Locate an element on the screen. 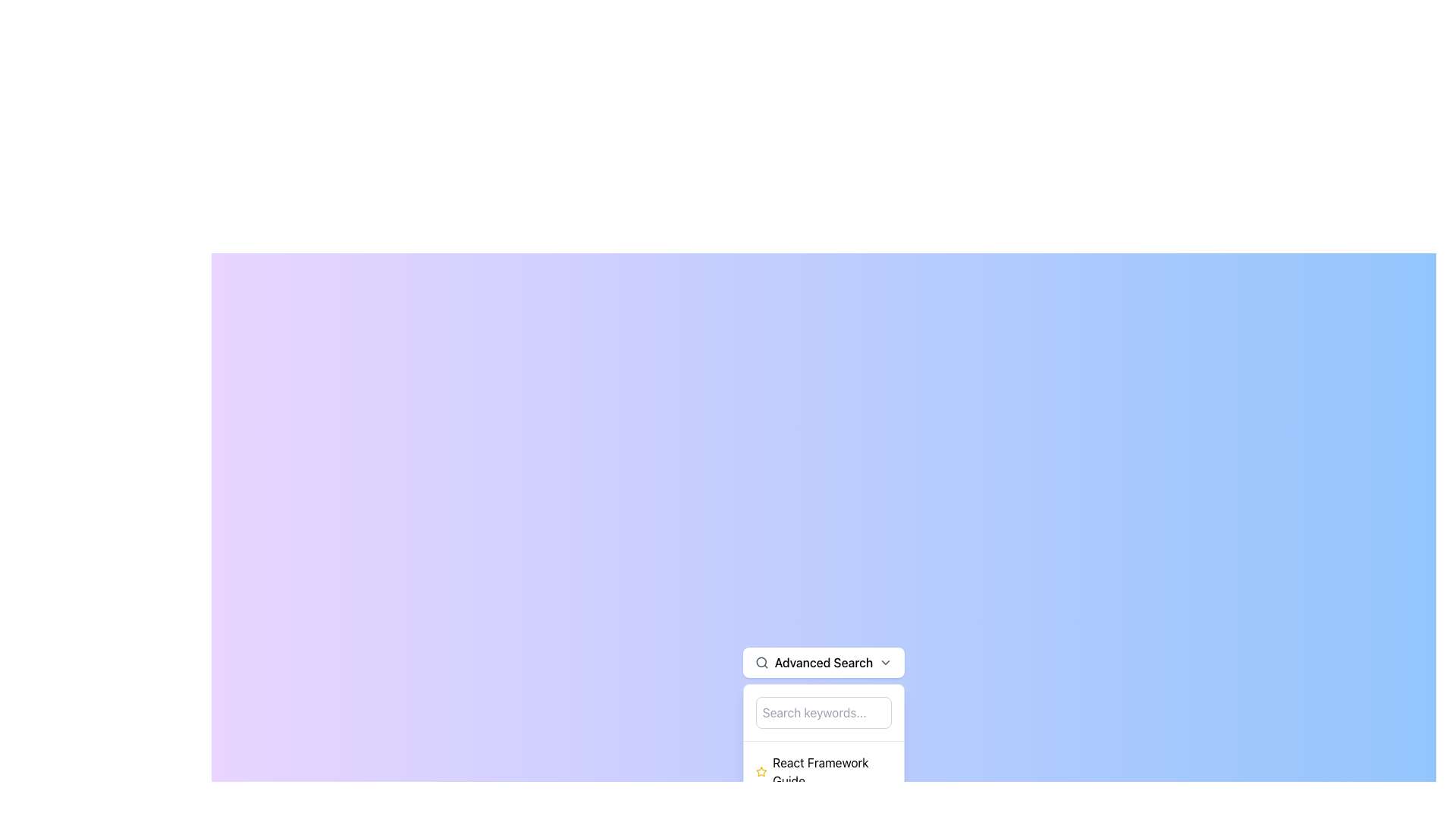  the rectangular text input field with rounded corners and a gray border that includes the placeholder text 'Search keywords...' in the dropdown of the 'Advanced Search' option is located at coordinates (823, 713).